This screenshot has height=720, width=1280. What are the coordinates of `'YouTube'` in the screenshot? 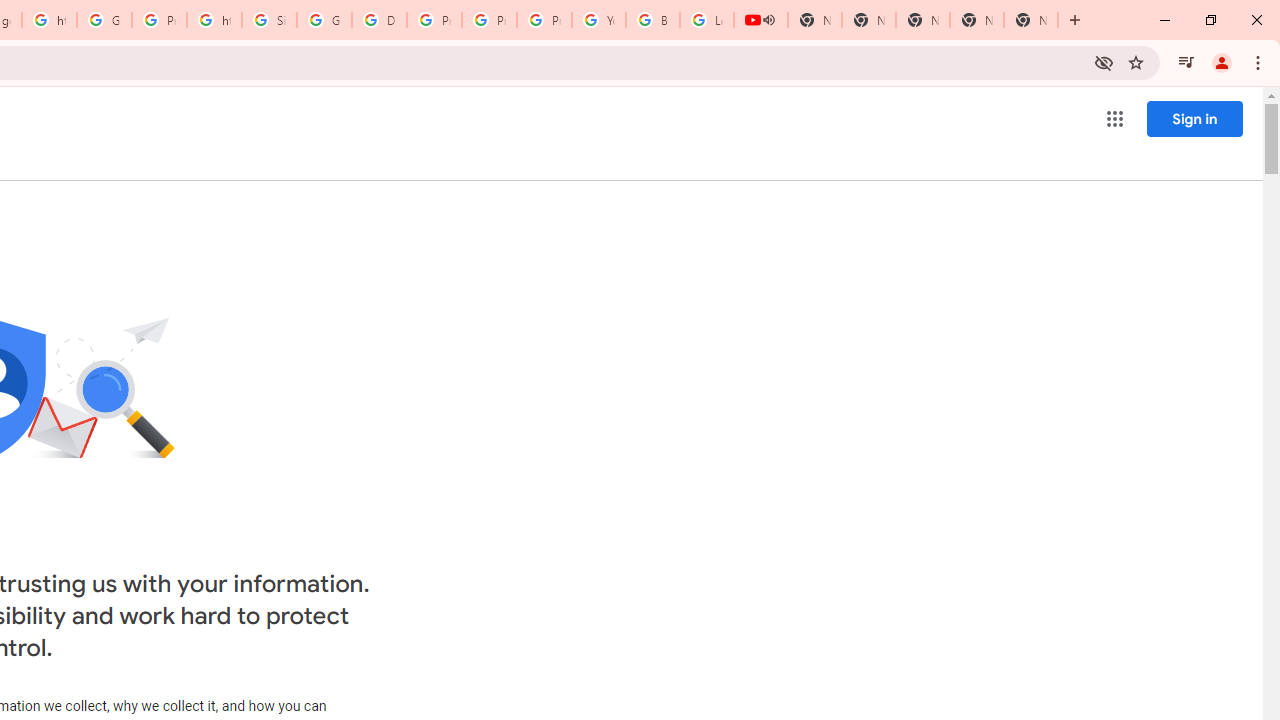 It's located at (598, 20).